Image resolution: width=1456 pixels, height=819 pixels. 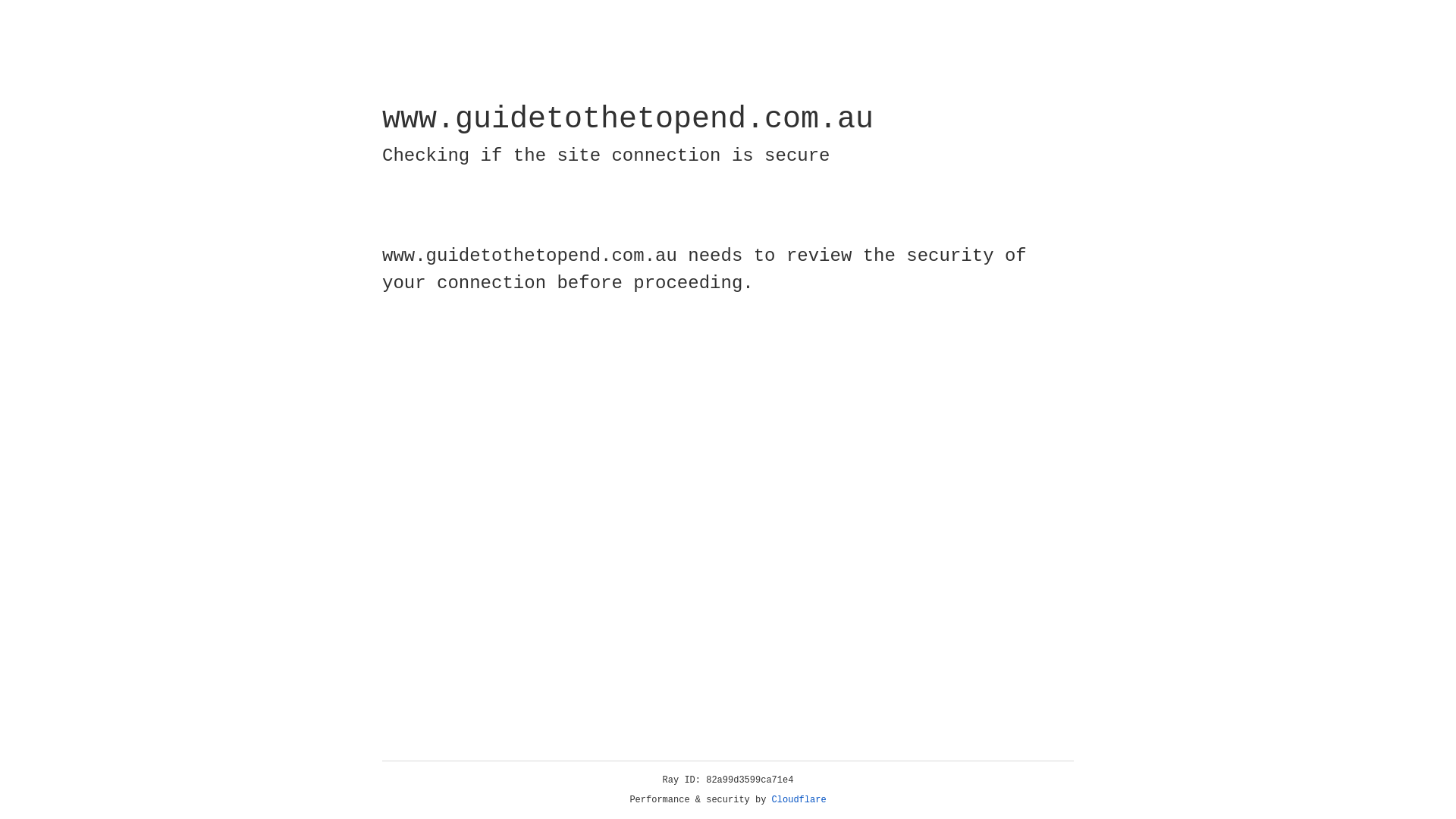 I want to click on 'Cloudflare', so click(x=799, y=799).